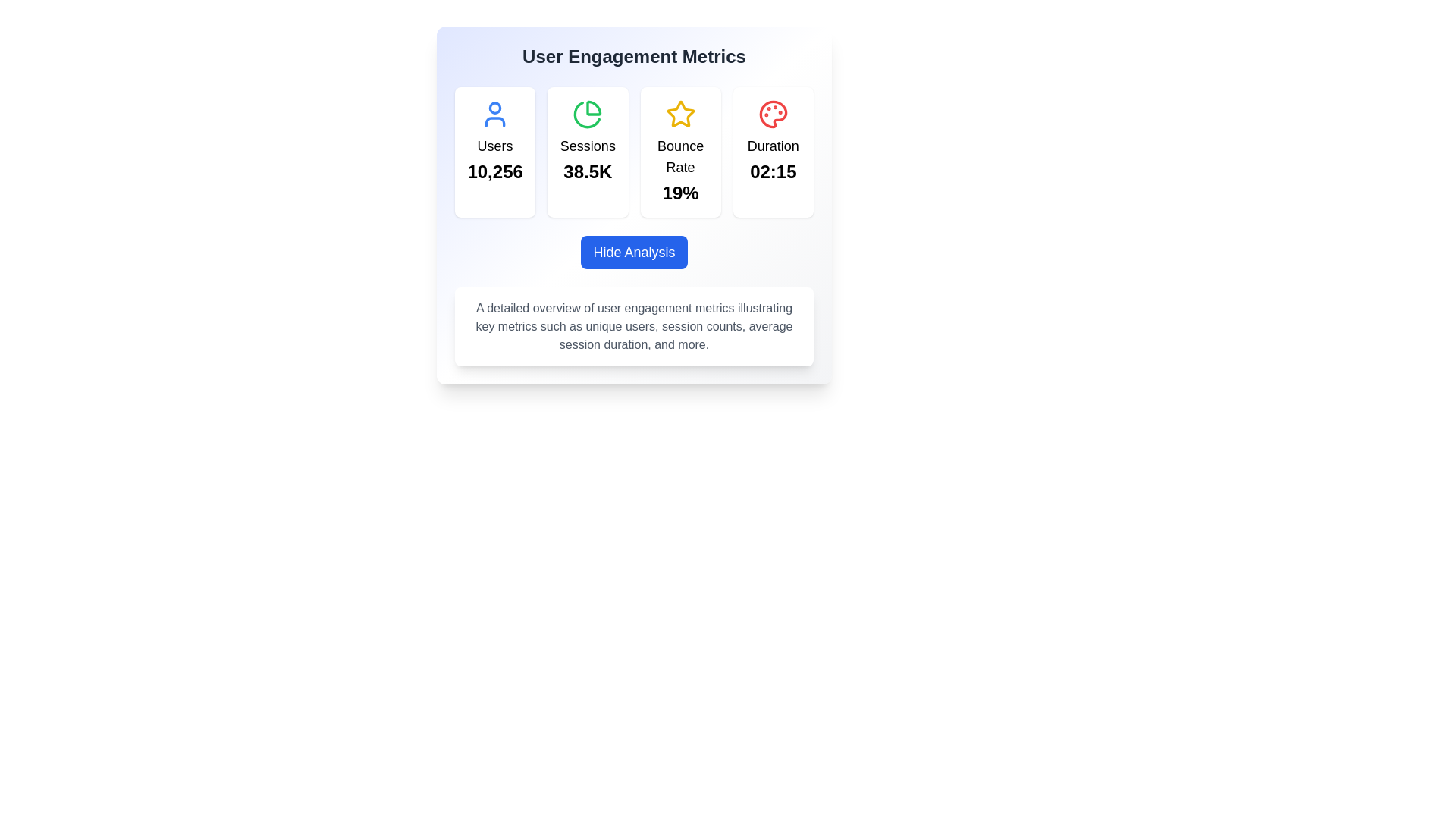 This screenshot has height=819, width=1456. Describe the element at coordinates (587, 113) in the screenshot. I see `the green pie chart icon located at the top center of the 'Sessions' card, which is the second card from the left in a row of four cards` at that location.